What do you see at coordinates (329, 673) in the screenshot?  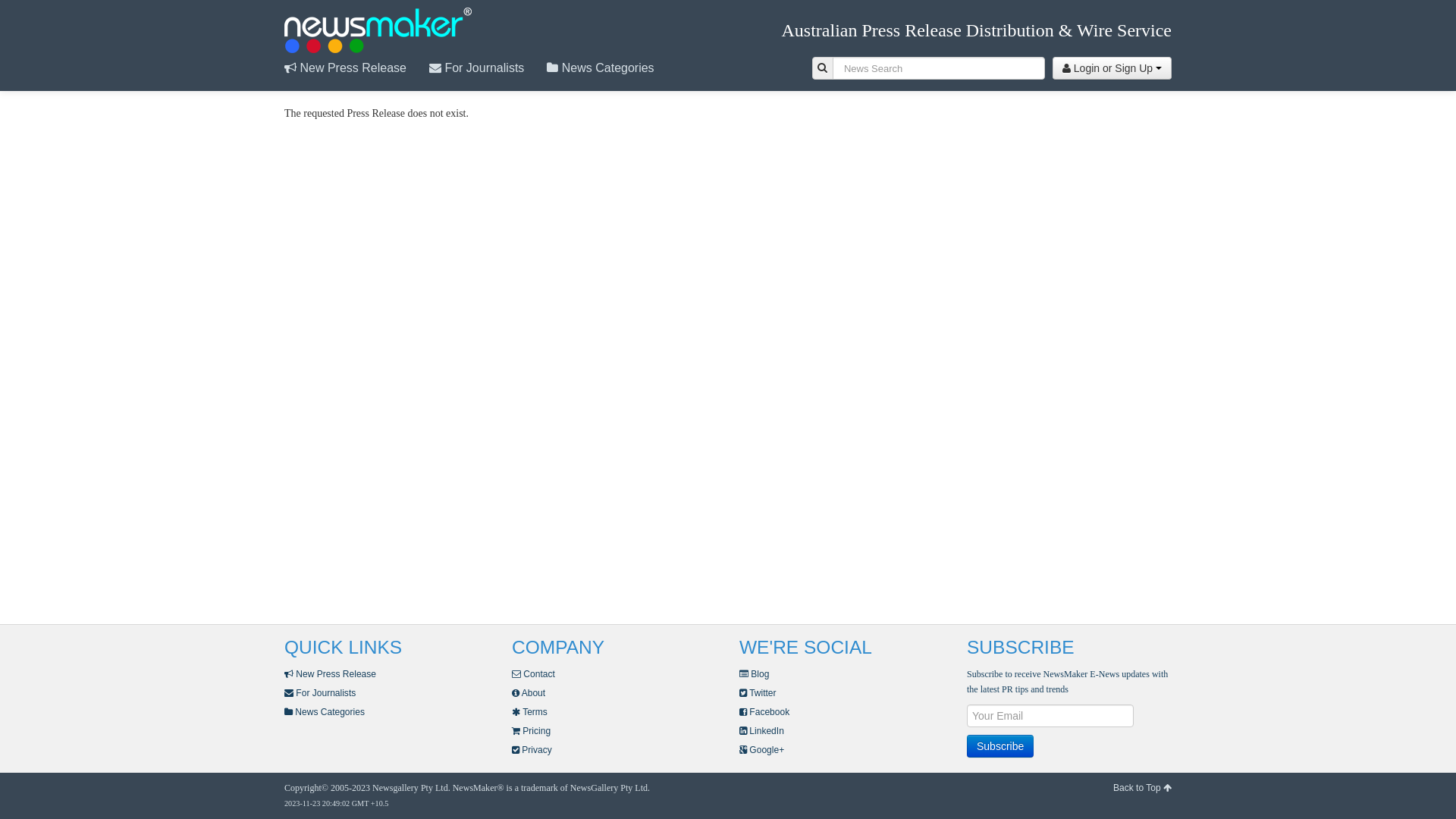 I see `'New Press Release'` at bounding box center [329, 673].